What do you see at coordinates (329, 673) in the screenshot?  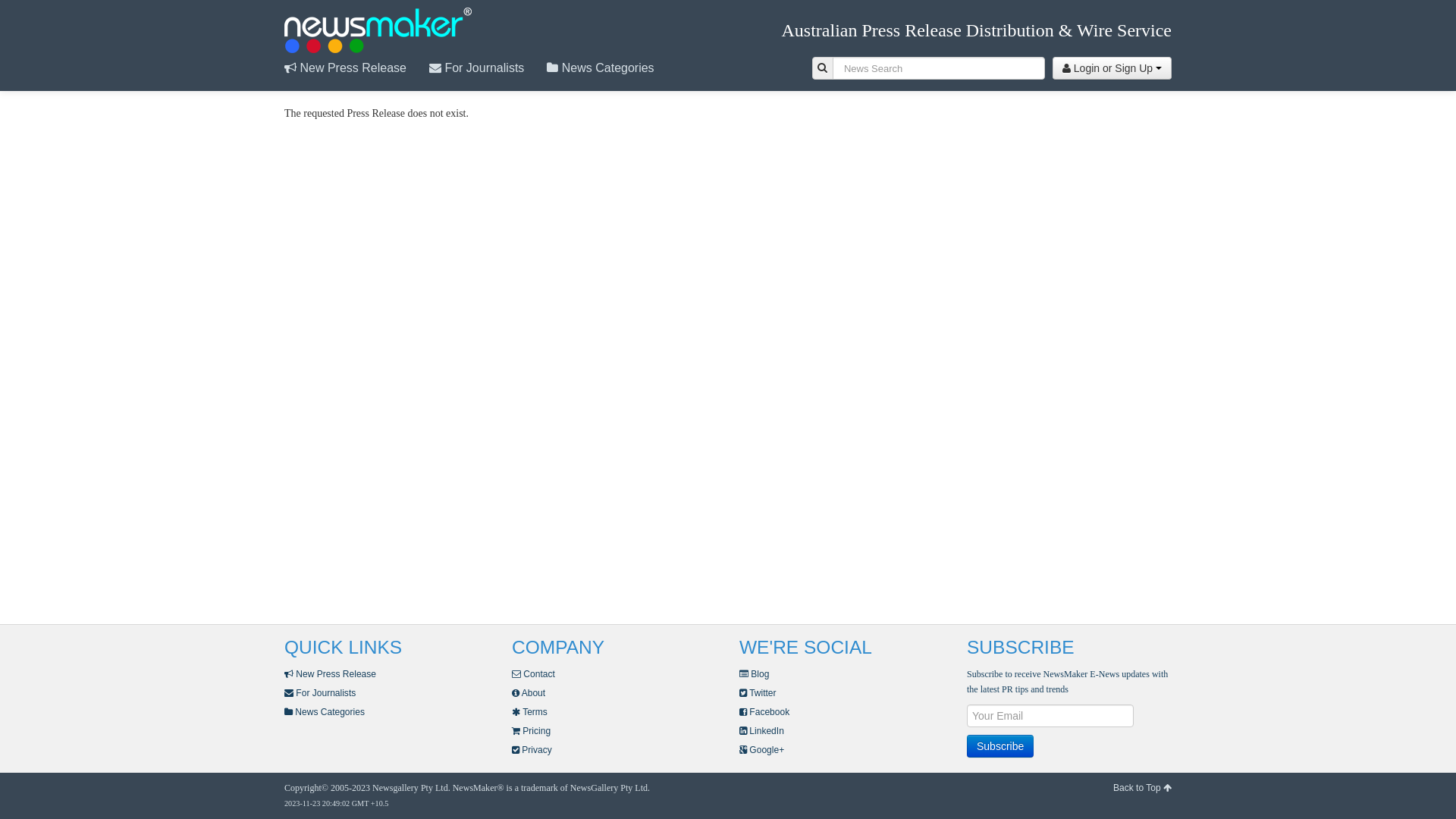 I see `'New Press Release'` at bounding box center [329, 673].